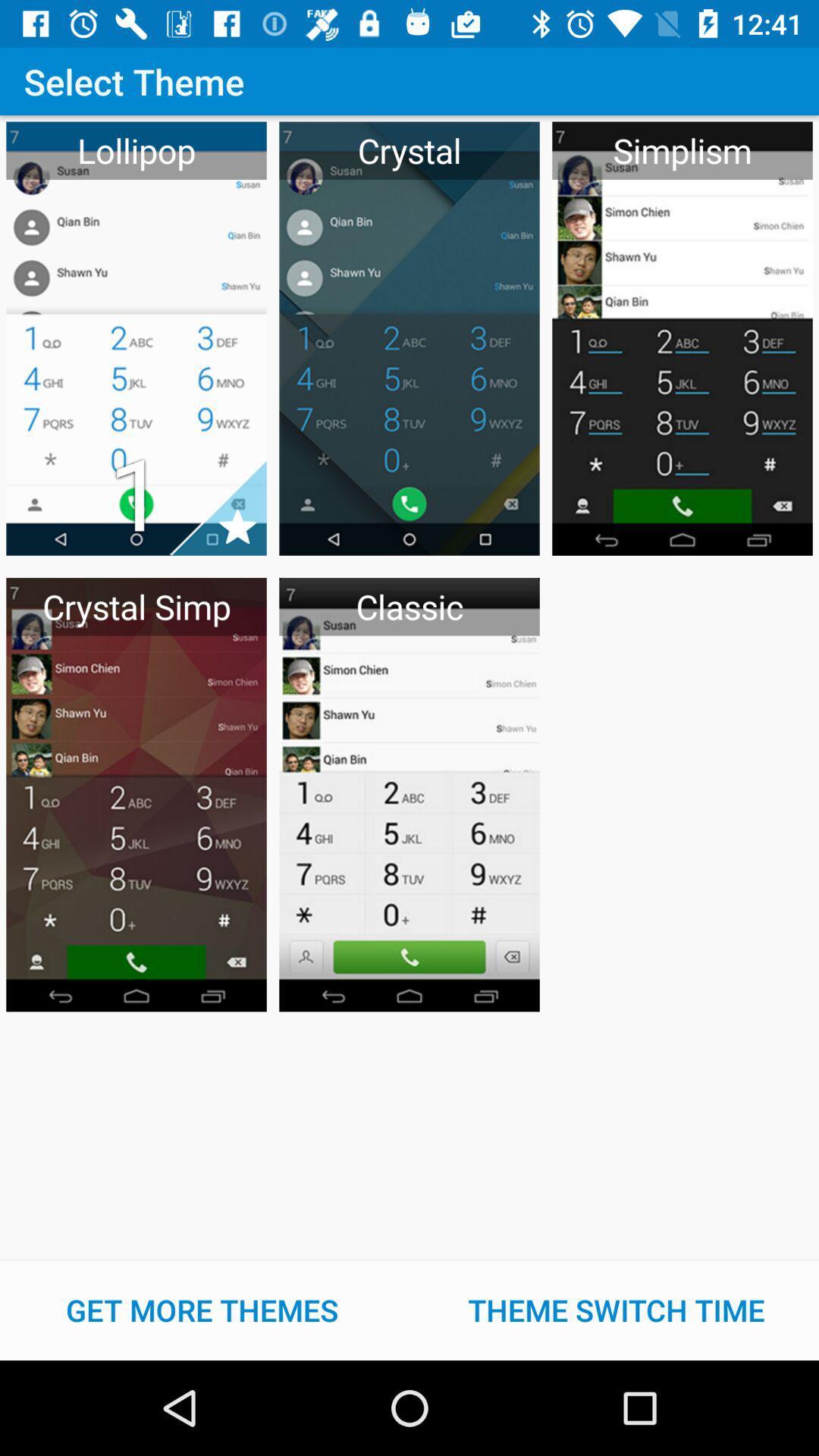  I want to click on the button next to the get more themes icon, so click(617, 1310).